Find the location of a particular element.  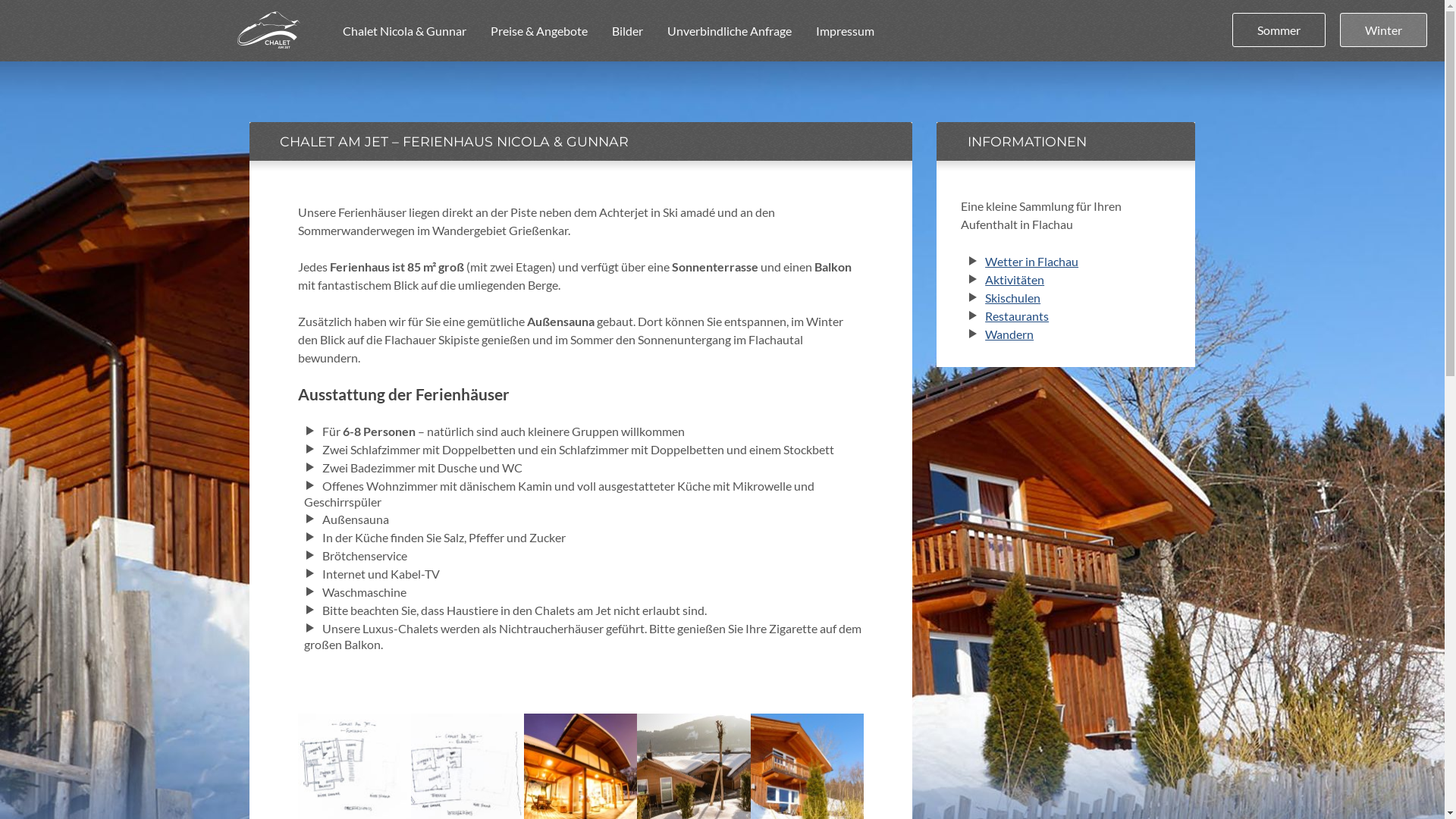

'Wandern' is located at coordinates (1009, 333).